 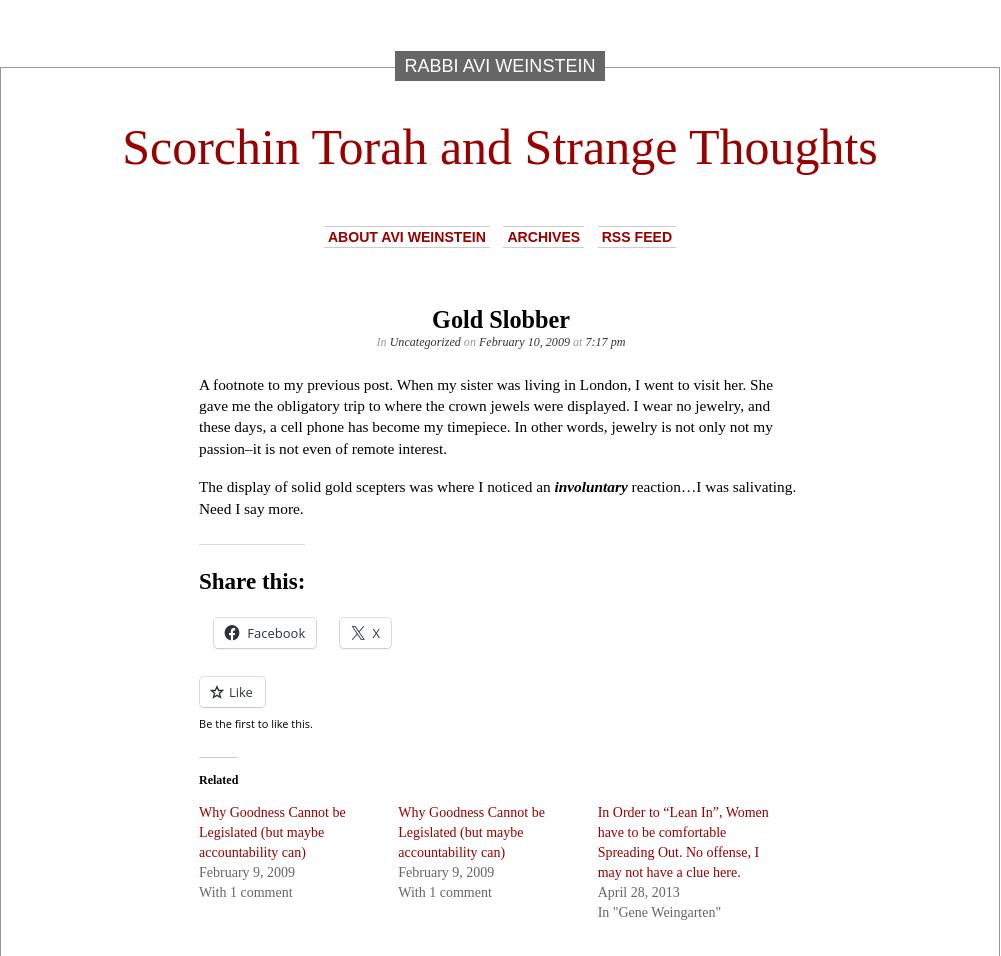 I want to click on 'Facebook', so click(x=274, y=632).